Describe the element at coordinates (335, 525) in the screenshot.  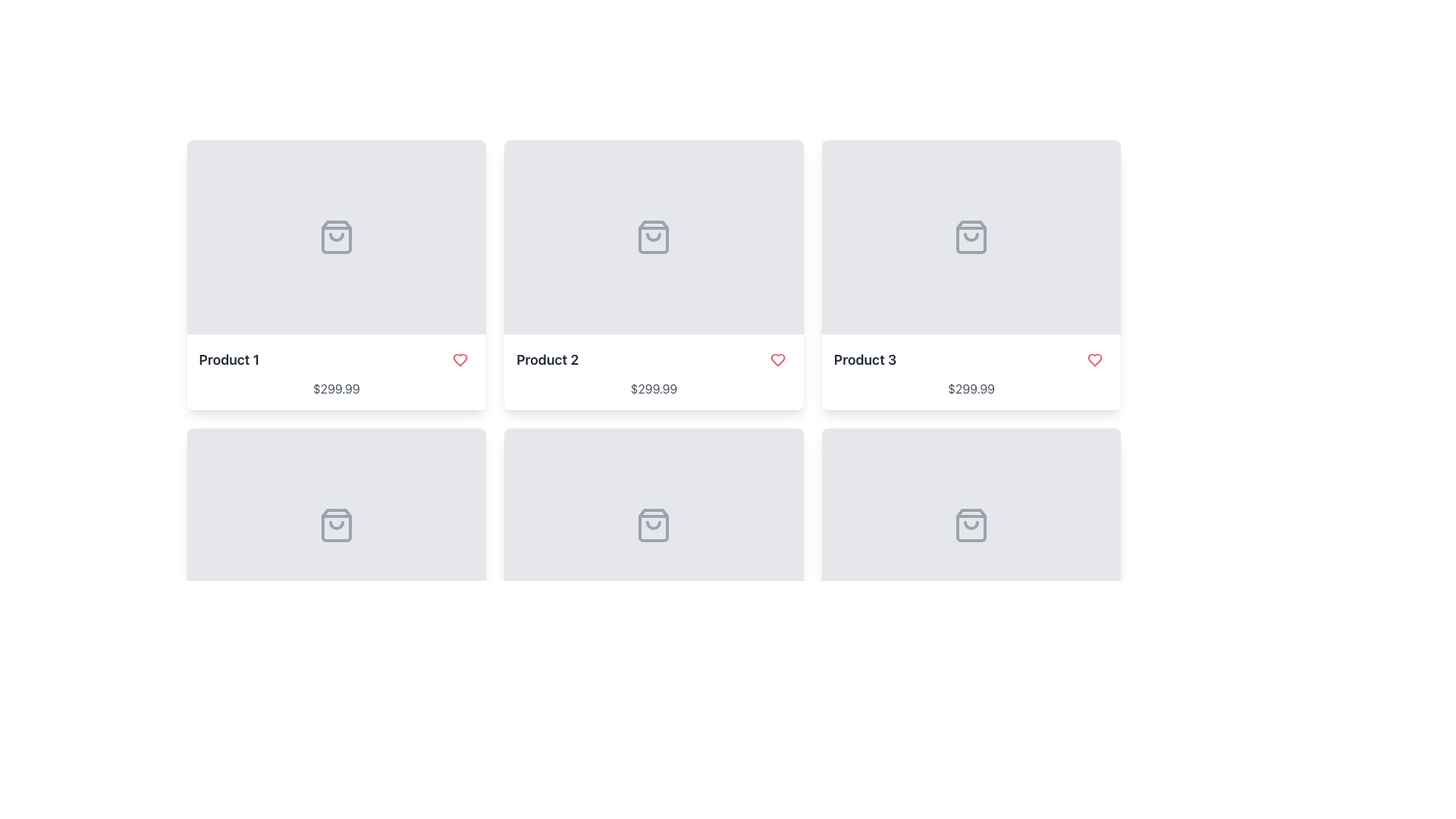
I see `the shopping bag icon, which is a minimalist line-art design in gray, located in the second row and second column of the grid layout` at that location.